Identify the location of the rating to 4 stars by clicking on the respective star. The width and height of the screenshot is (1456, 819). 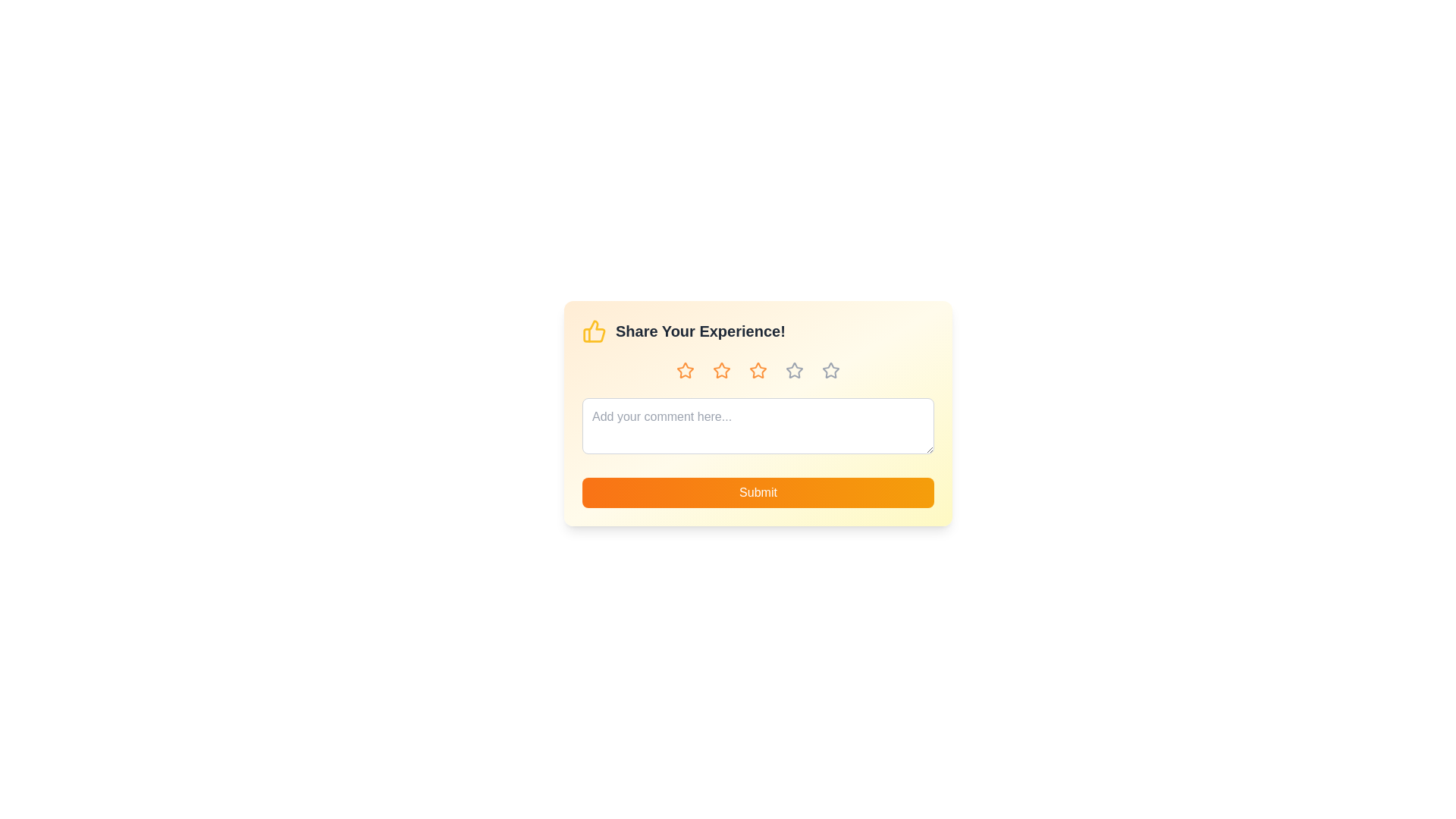
(793, 371).